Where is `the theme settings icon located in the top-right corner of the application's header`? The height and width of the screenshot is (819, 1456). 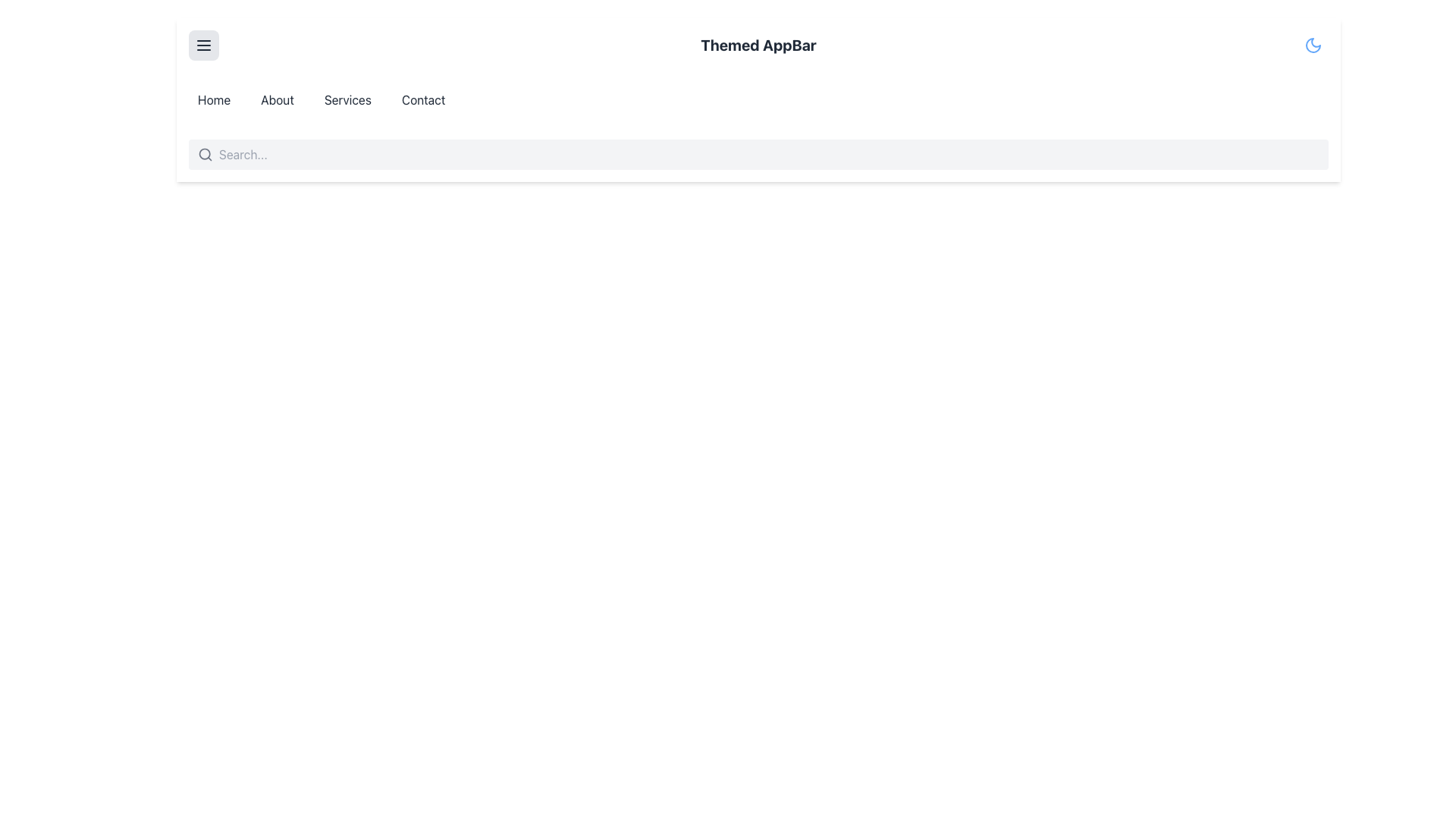 the theme settings icon located in the top-right corner of the application's header is located at coordinates (1313, 45).